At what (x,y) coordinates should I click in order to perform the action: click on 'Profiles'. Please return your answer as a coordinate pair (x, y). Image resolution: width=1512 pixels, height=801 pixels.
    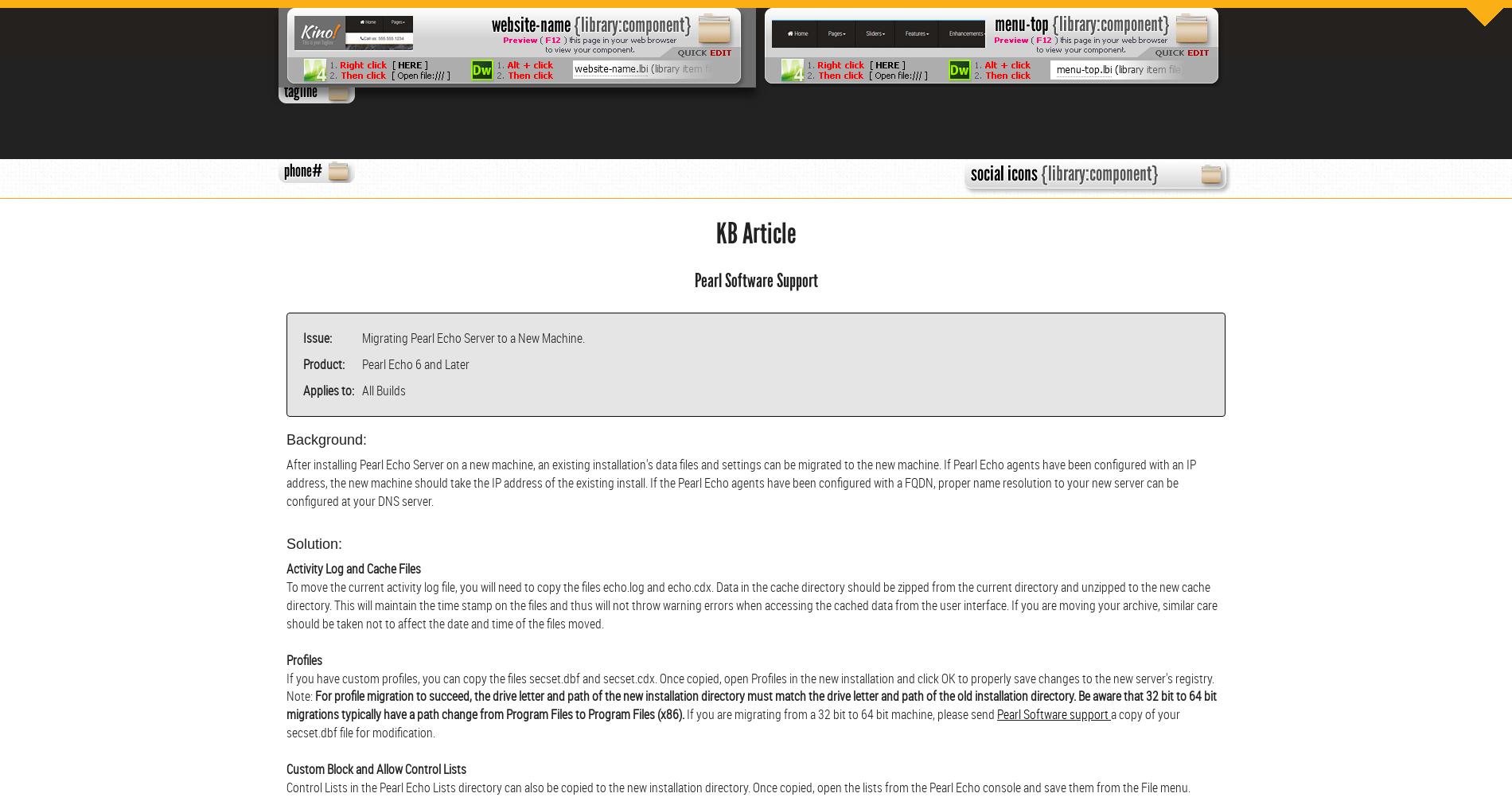
    Looking at the image, I should click on (303, 658).